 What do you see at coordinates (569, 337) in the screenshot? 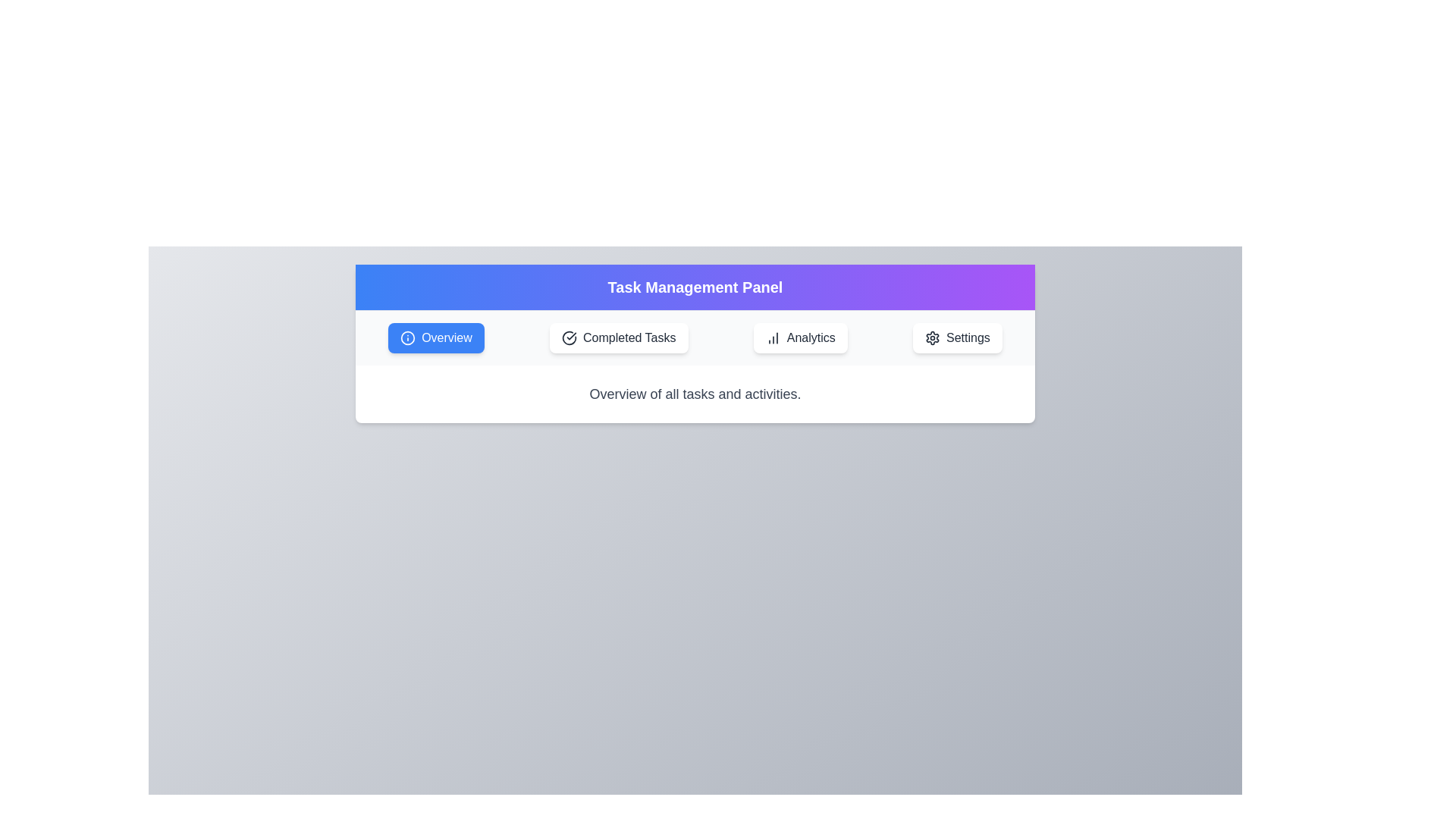
I see `the 'Completed Tasks' button that contains the checkmark icon, which indicates the completion status of tasks` at bounding box center [569, 337].